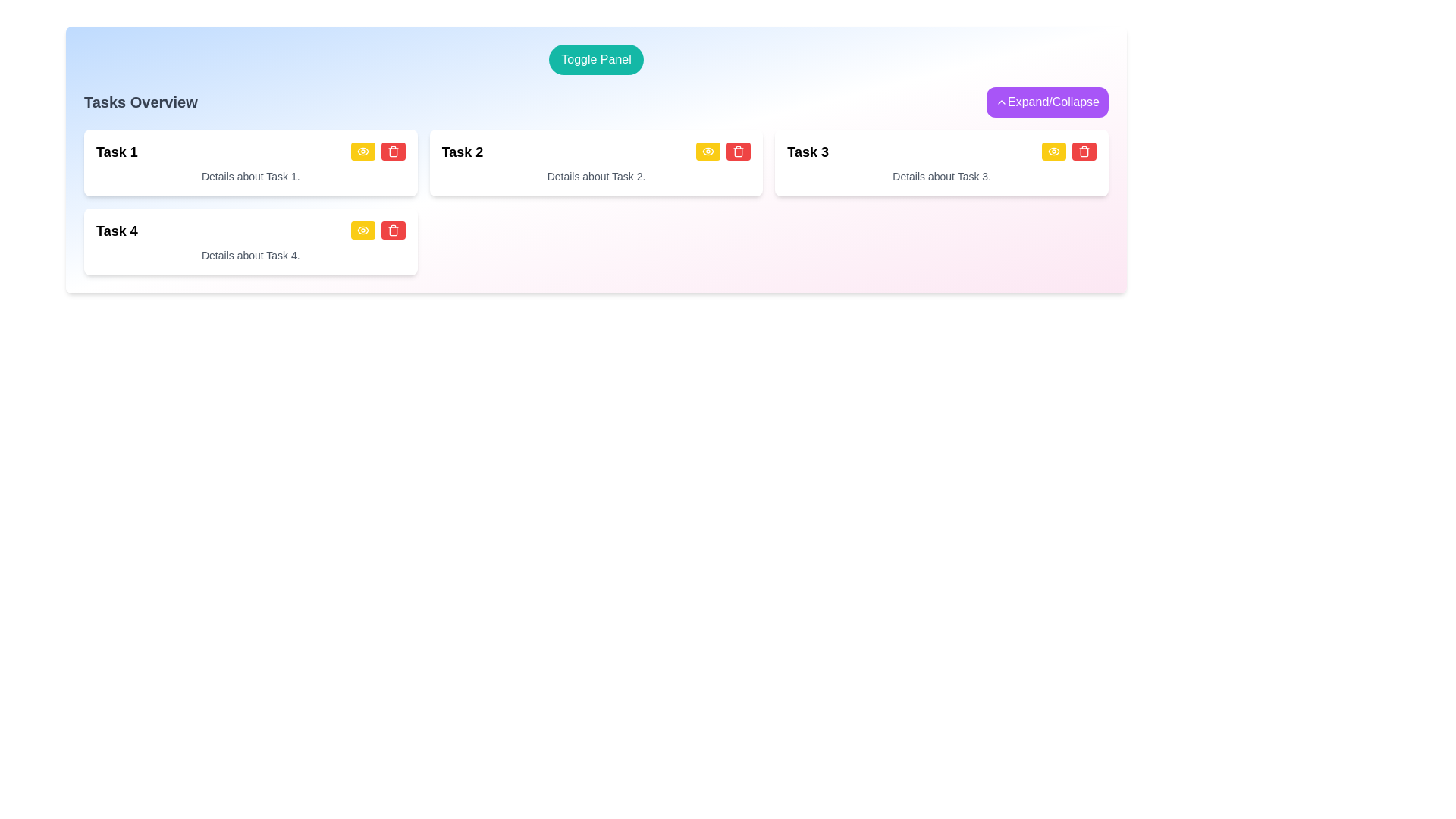  Describe the element at coordinates (941, 175) in the screenshot. I see `the static text element located below the title 'Task 3' within the task card, which provides additional details related to the task` at that location.